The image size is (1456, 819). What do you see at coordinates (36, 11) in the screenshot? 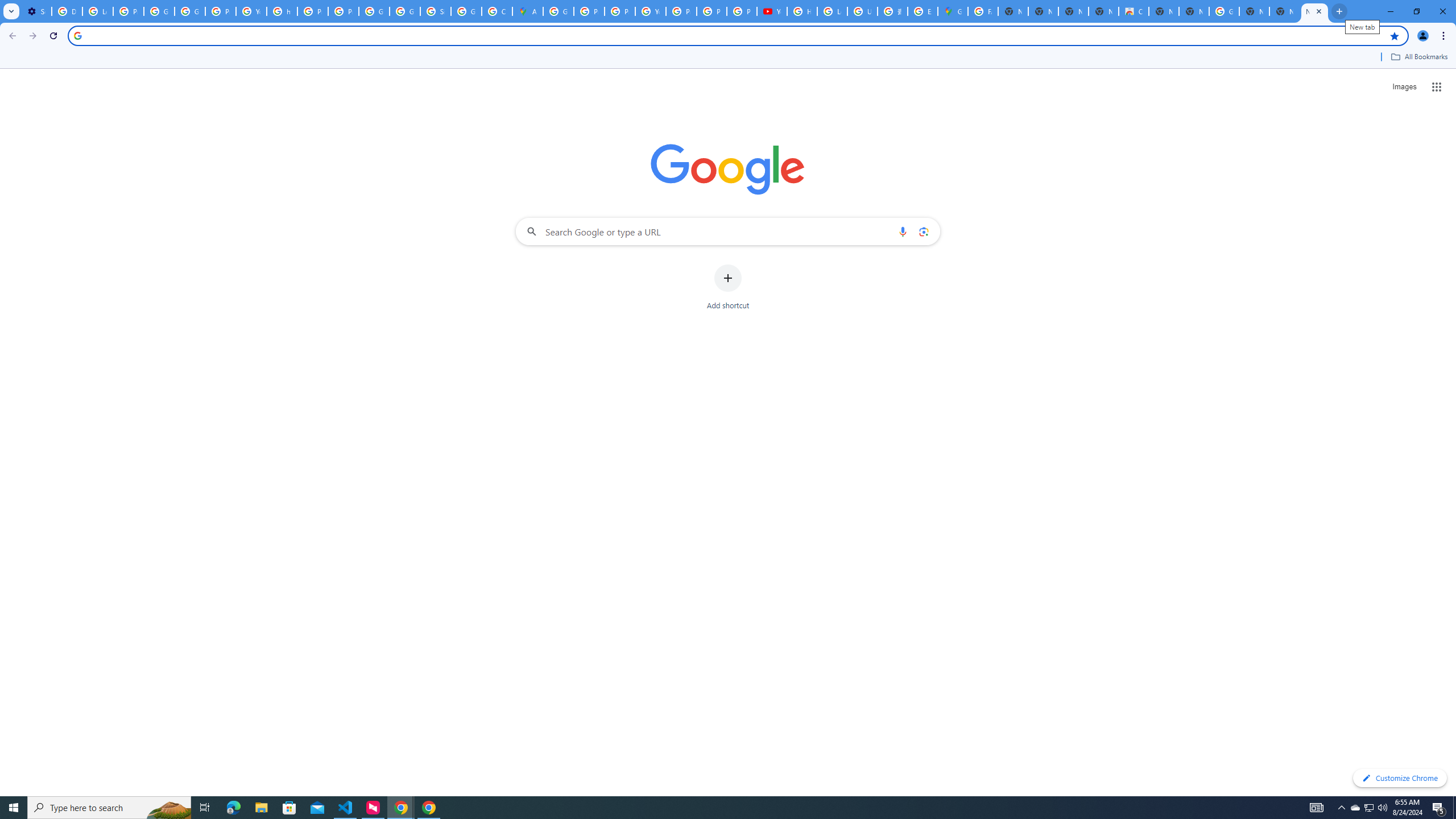
I see `'Settings - On startup'` at bounding box center [36, 11].